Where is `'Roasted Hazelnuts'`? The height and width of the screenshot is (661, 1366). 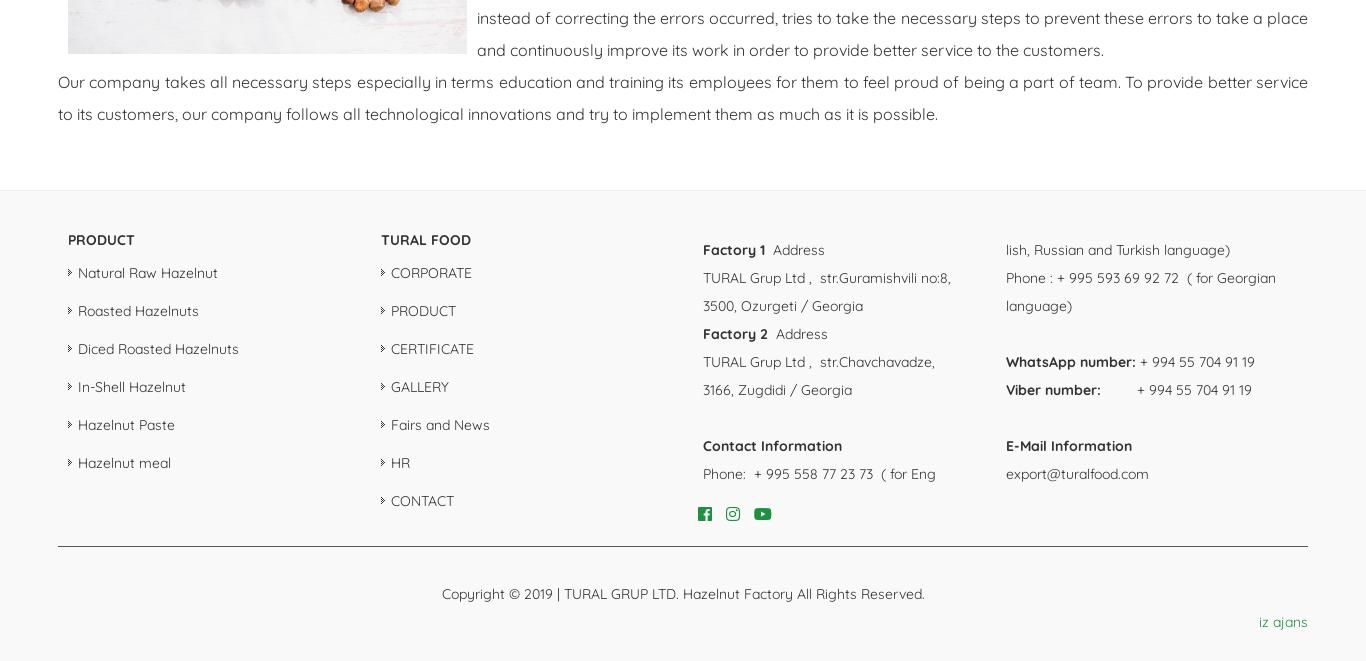
'Roasted Hazelnuts' is located at coordinates (77, 311).